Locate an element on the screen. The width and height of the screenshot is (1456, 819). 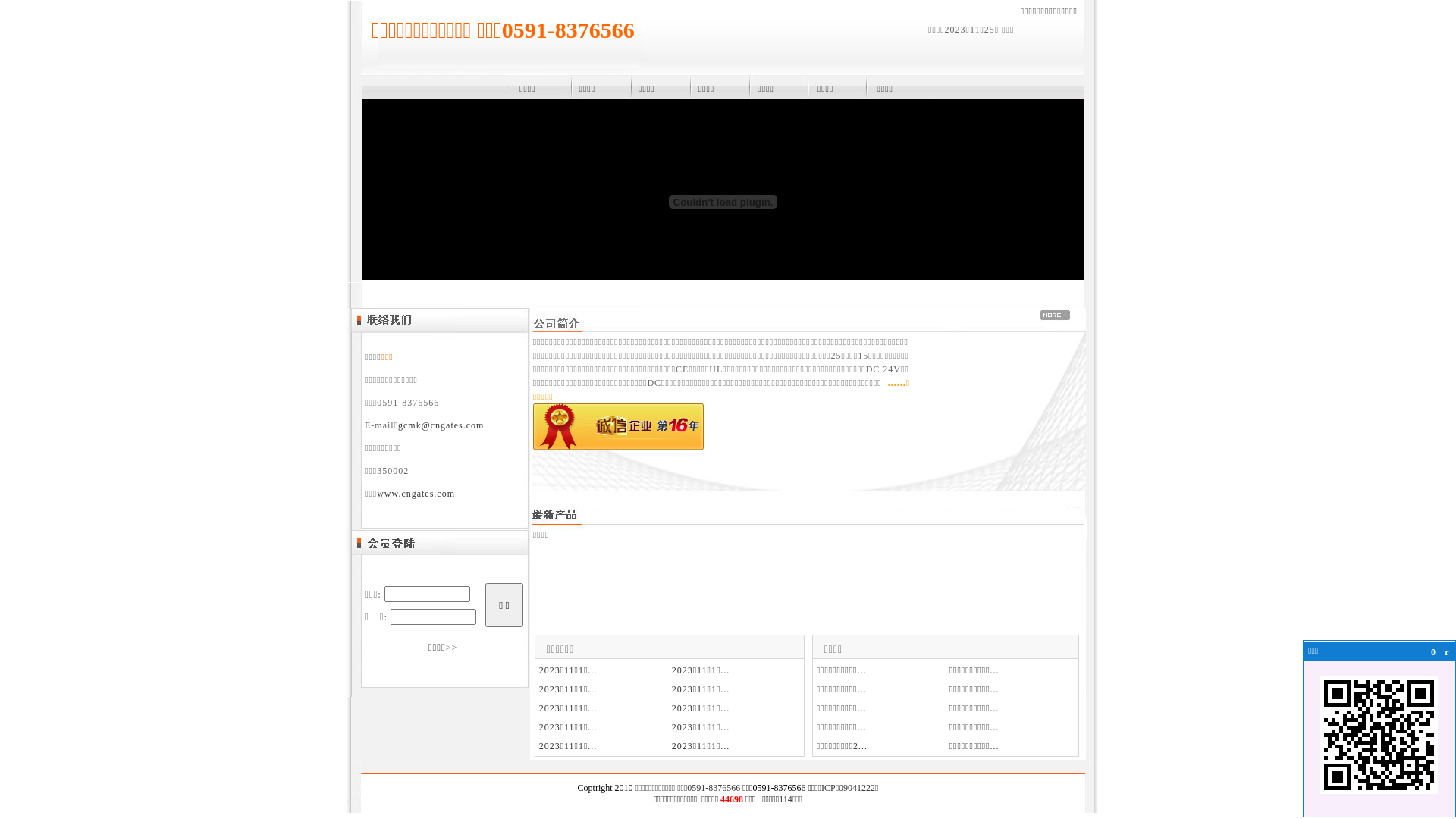
'www.cngates.com' is located at coordinates (416, 494).